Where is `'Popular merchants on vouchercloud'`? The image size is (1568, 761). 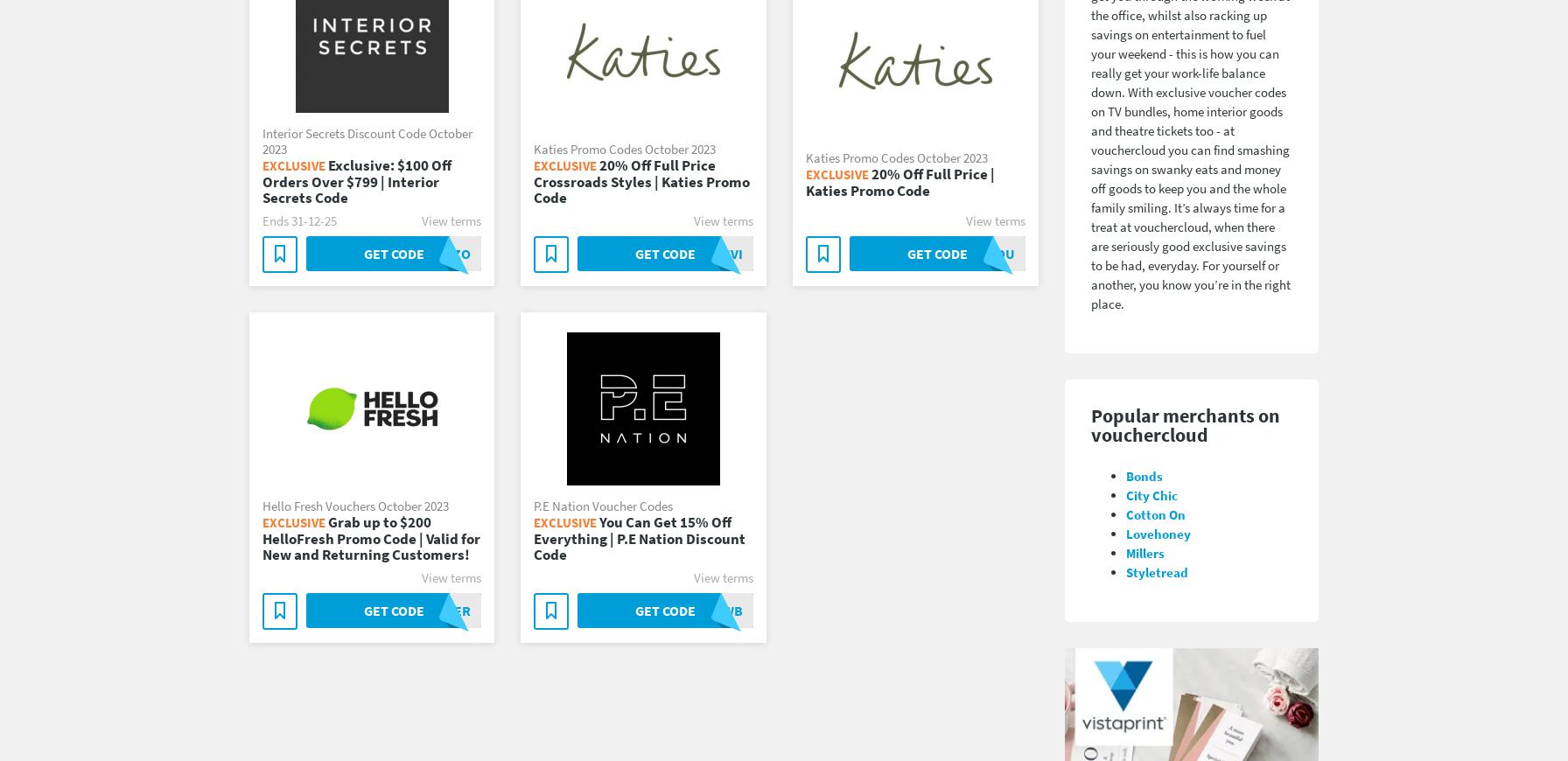
'Popular merchants on vouchercloud' is located at coordinates (1185, 423).